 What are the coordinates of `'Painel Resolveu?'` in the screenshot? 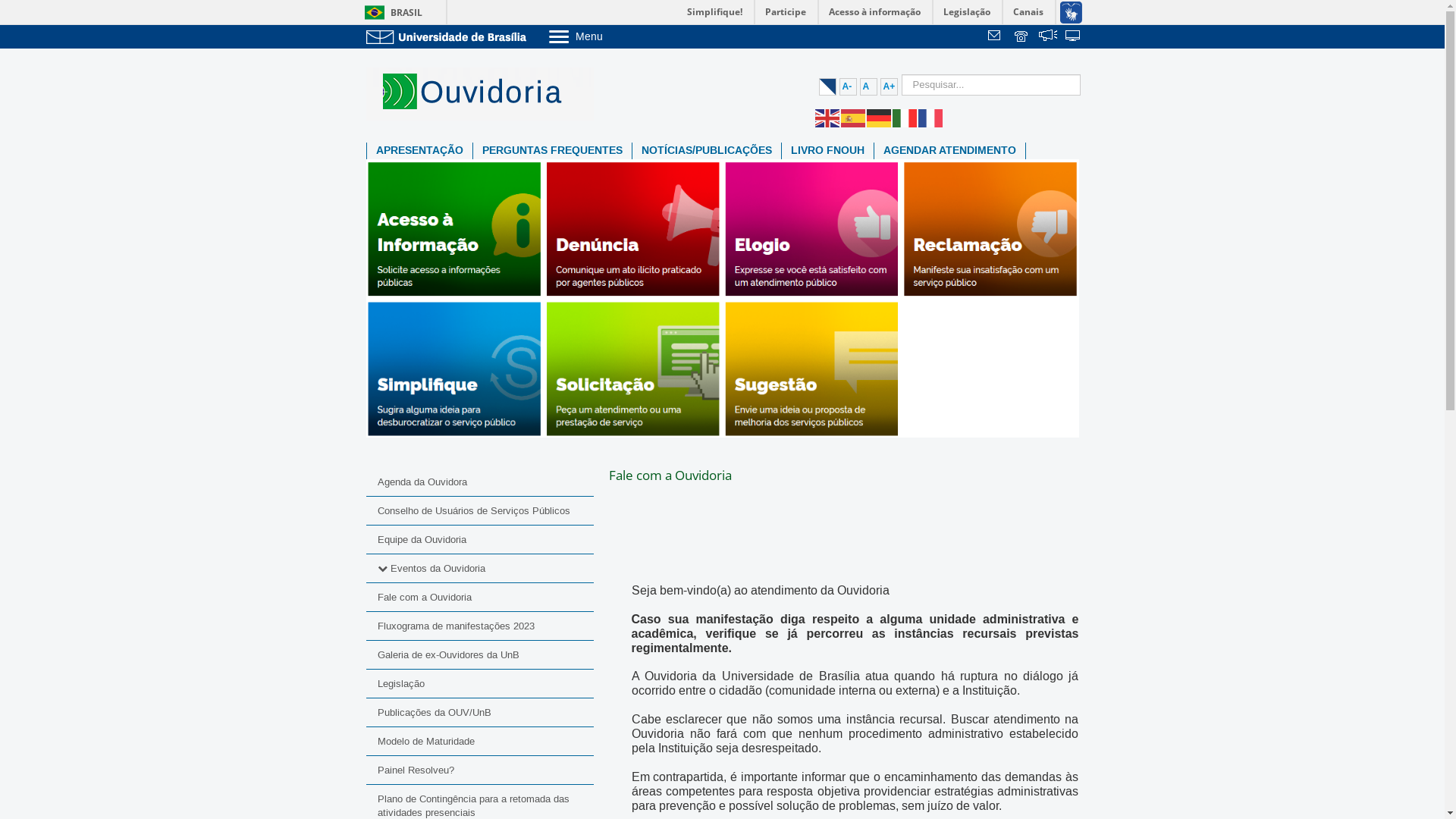 It's located at (479, 770).